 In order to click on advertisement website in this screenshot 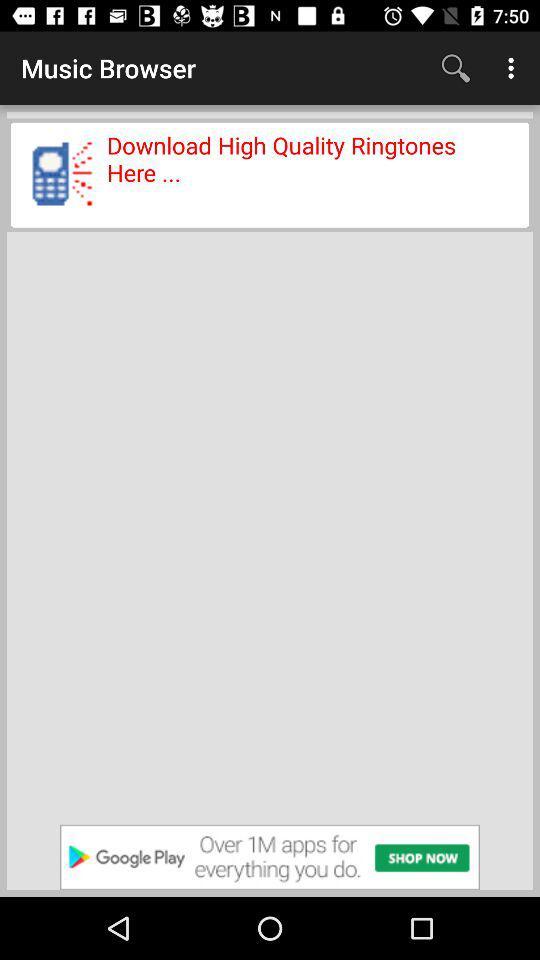, I will do `click(270, 856)`.